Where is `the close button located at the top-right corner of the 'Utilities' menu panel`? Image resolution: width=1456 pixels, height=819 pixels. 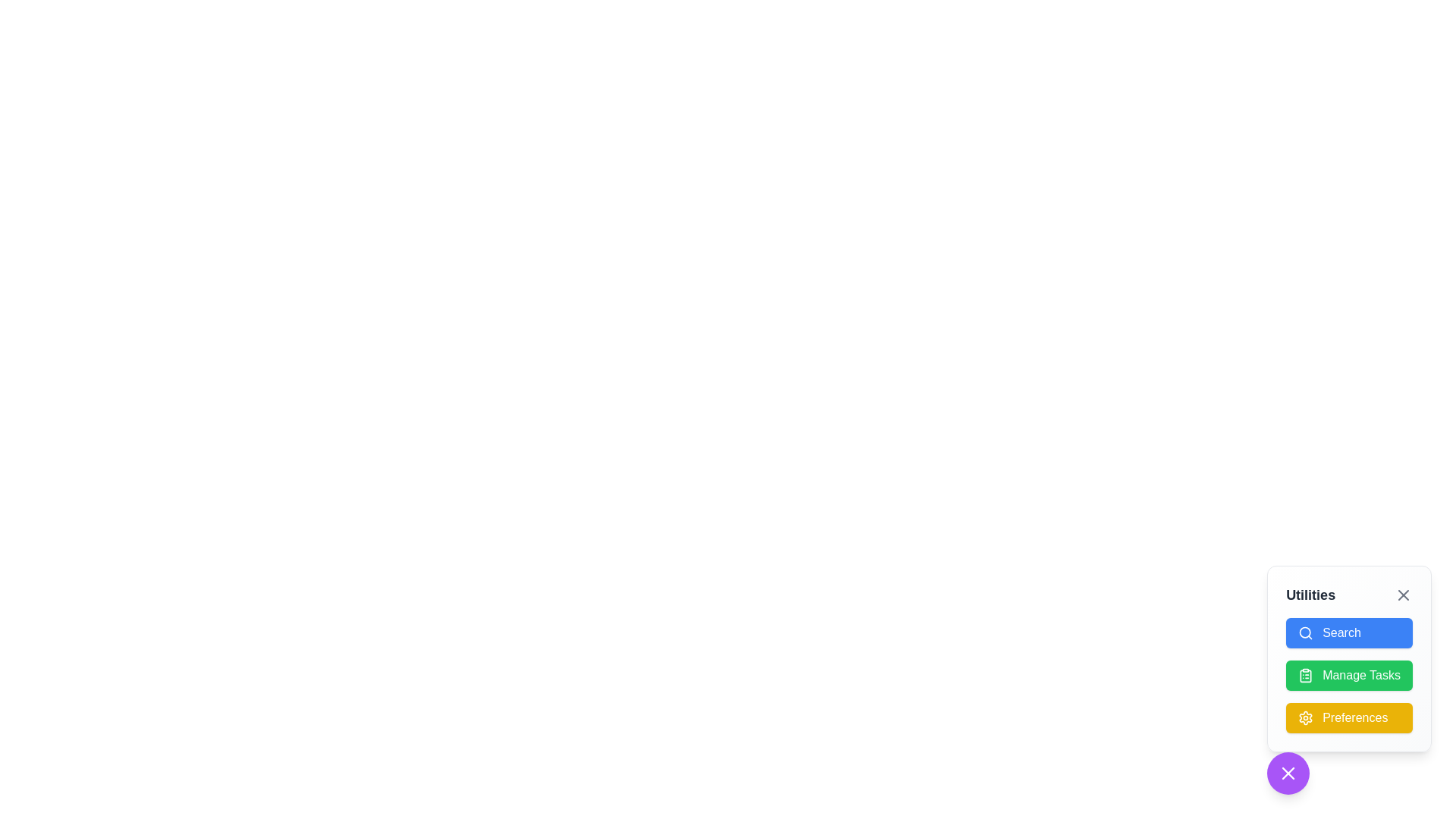 the close button located at the top-right corner of the 'Utilities' menu panel is located at coordinates (1403, 595).